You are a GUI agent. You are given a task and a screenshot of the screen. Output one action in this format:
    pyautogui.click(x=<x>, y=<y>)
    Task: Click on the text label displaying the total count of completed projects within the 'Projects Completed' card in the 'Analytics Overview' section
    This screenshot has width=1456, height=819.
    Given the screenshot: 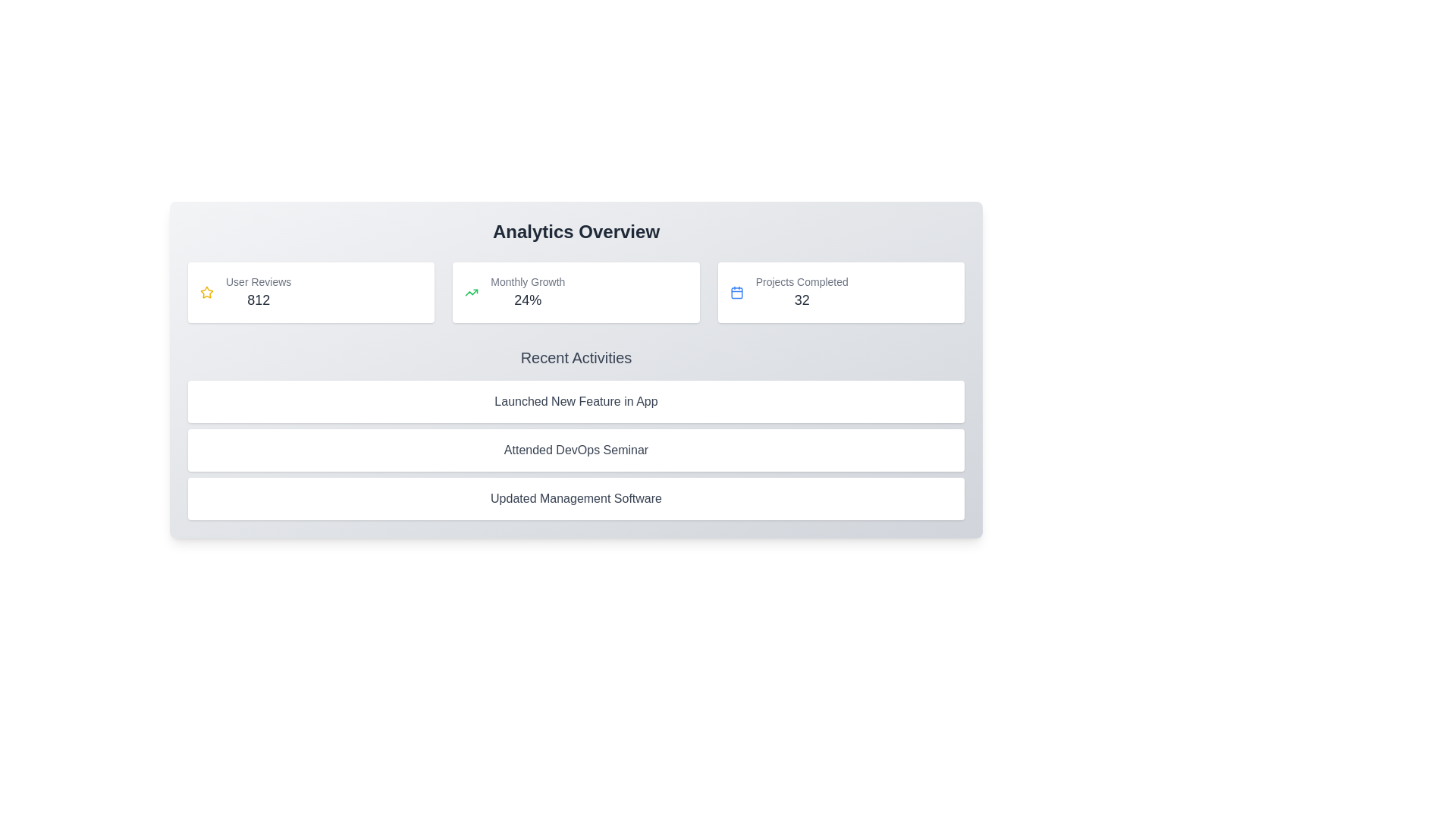 What is the action you would take?
    pyautogui.click(x=801, y=300)
    